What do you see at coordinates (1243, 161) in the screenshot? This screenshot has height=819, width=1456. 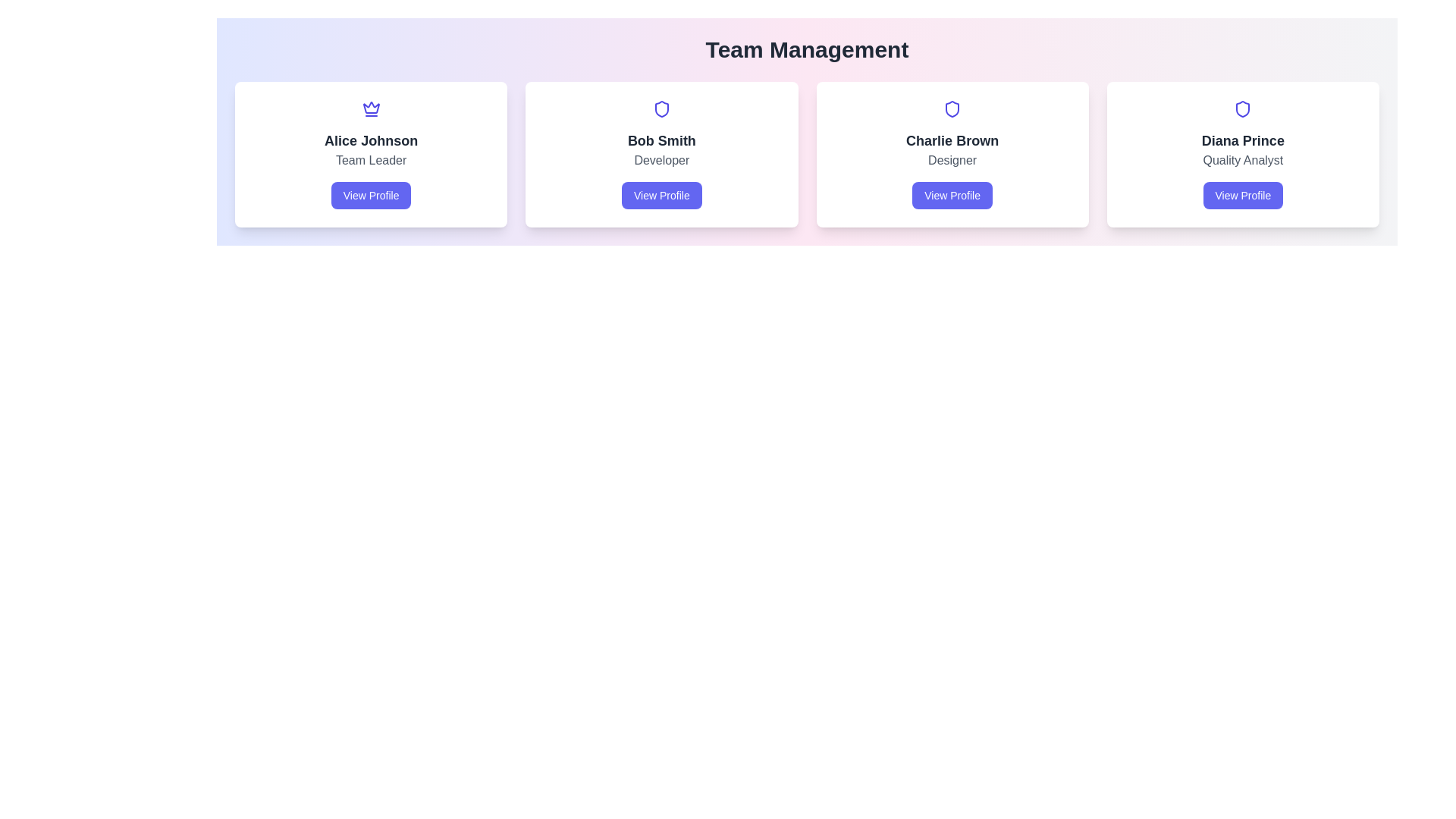 I see `the 'Quality Analyst' text label that provides contextual information about 'Diana Prince', located beneath the name and above the 'View Profile' button` at bounding box center [1243, 161].